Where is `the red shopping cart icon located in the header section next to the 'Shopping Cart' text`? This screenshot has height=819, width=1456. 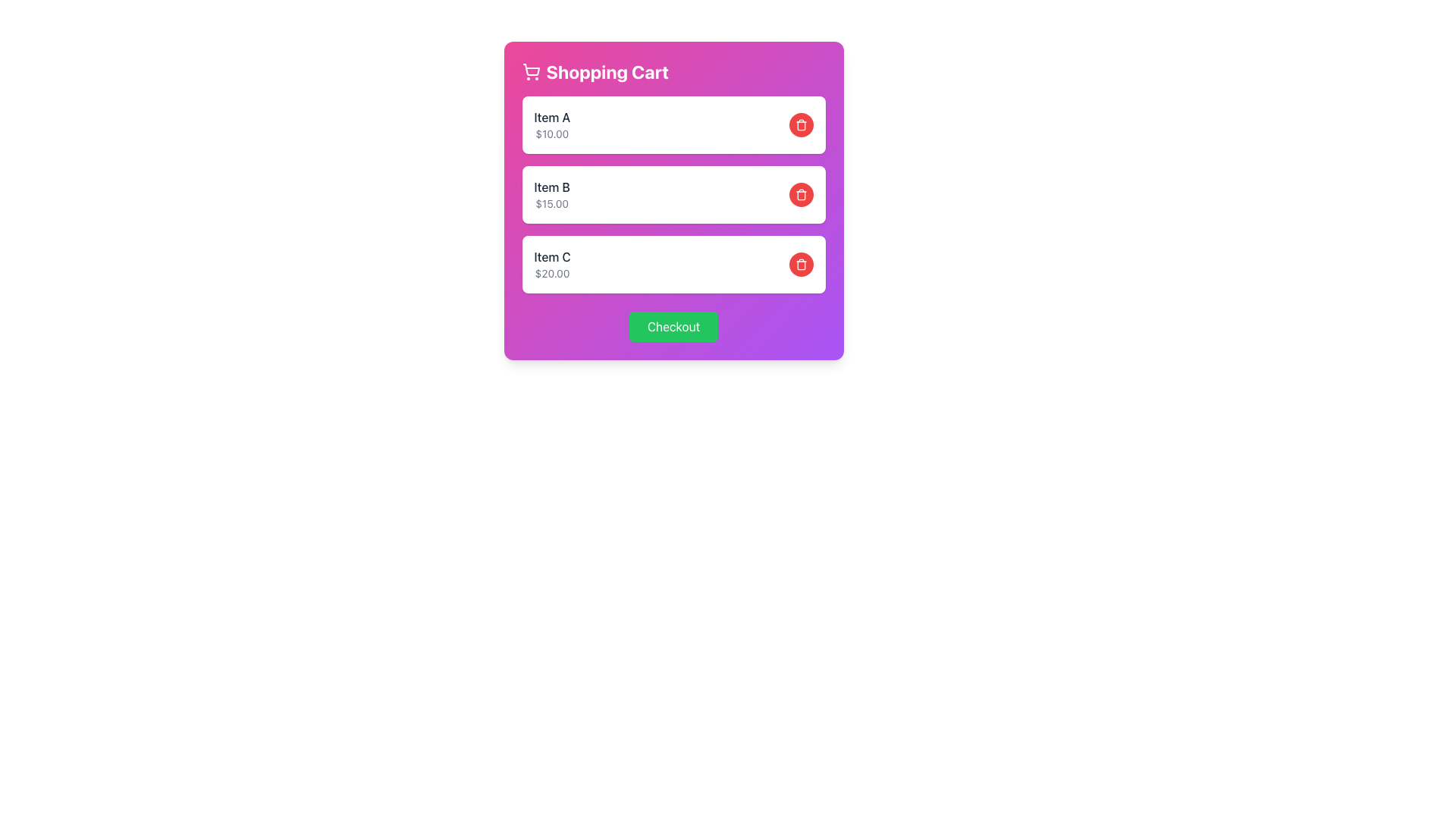 the red shopping cart icon located in the header section next to the 'Shopping Cart' text is located at coordinates (531, 70).